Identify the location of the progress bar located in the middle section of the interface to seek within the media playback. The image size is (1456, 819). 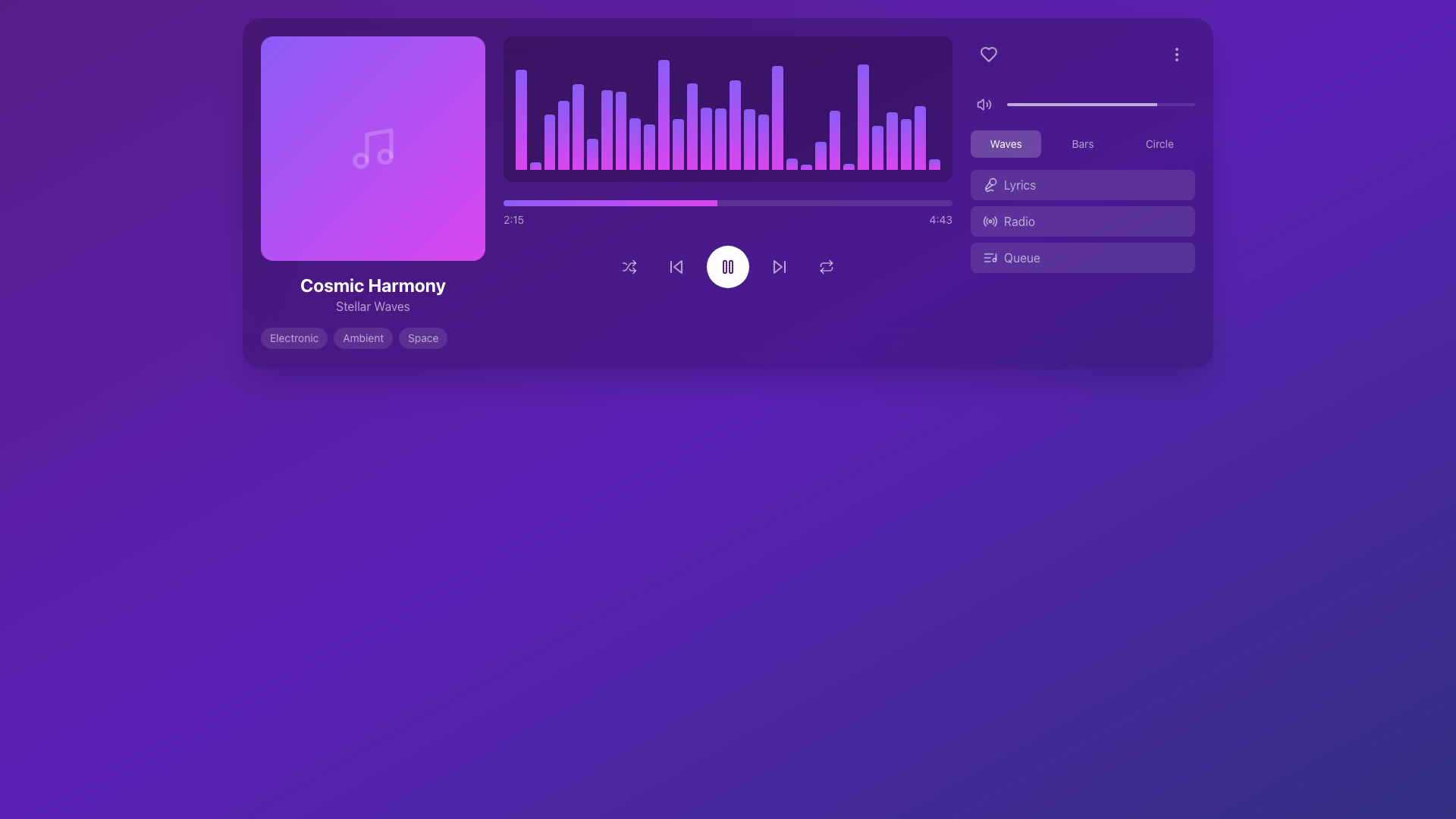
(728, 202).